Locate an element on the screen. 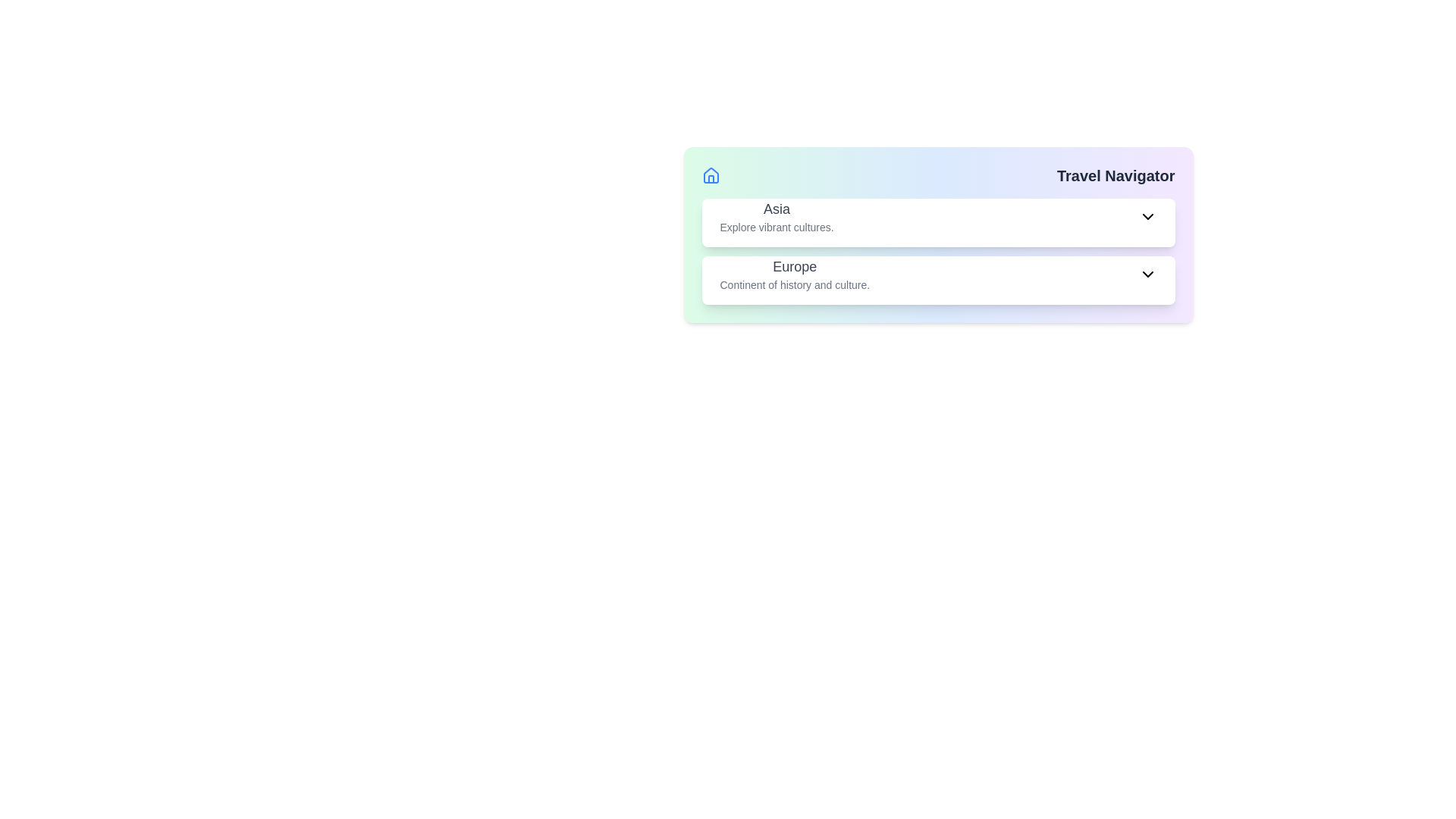 The width and height of the screenshot is (1456, 819). the header bar with an icon is located at coordinates (937, 174).